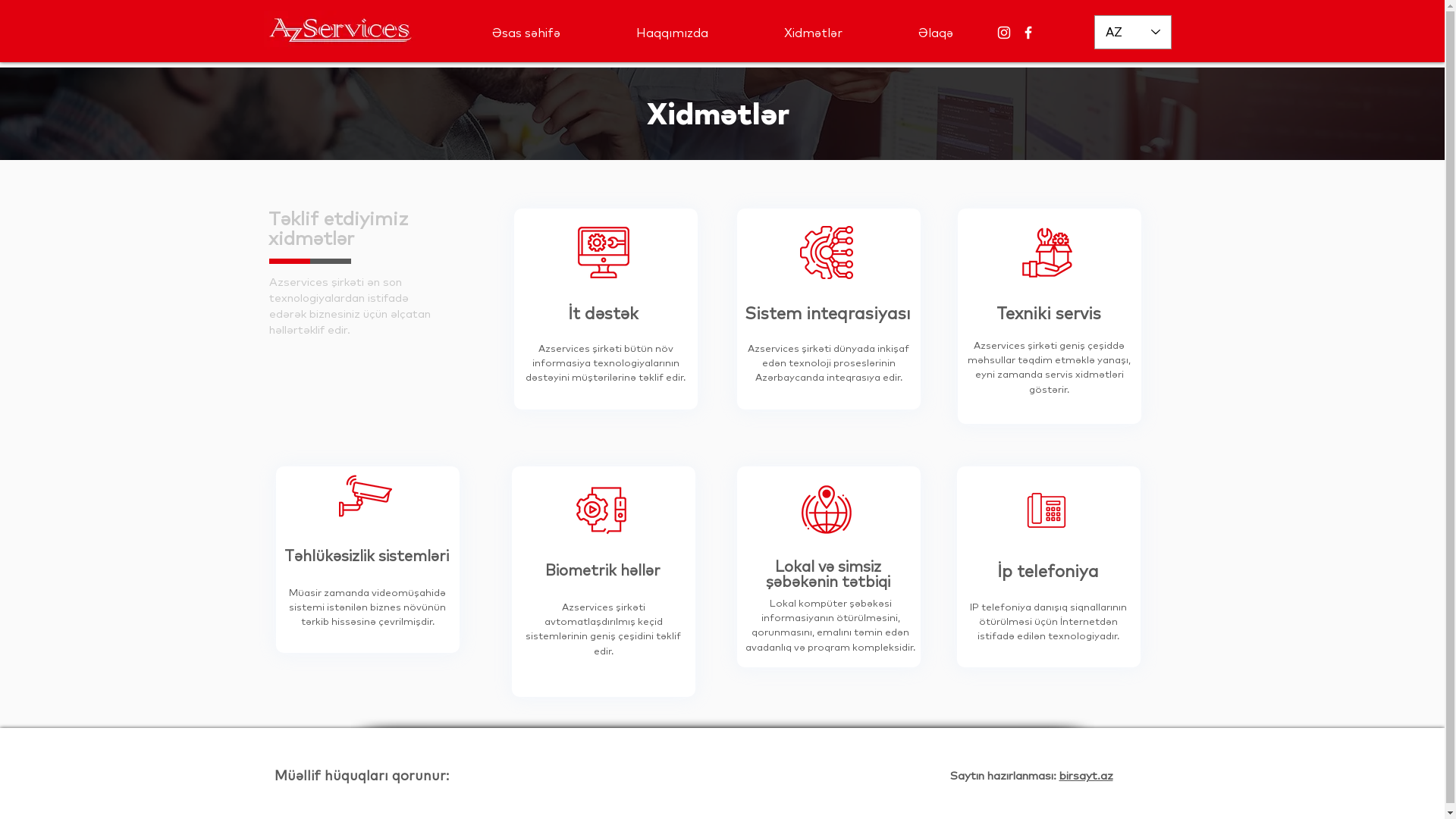 The width and height of the screenshot is (1456, 819). What do you see at coordinates (1084, 775) in the screenshot?
I see `'birsayt.az'` at bounding box center [1084, 775].